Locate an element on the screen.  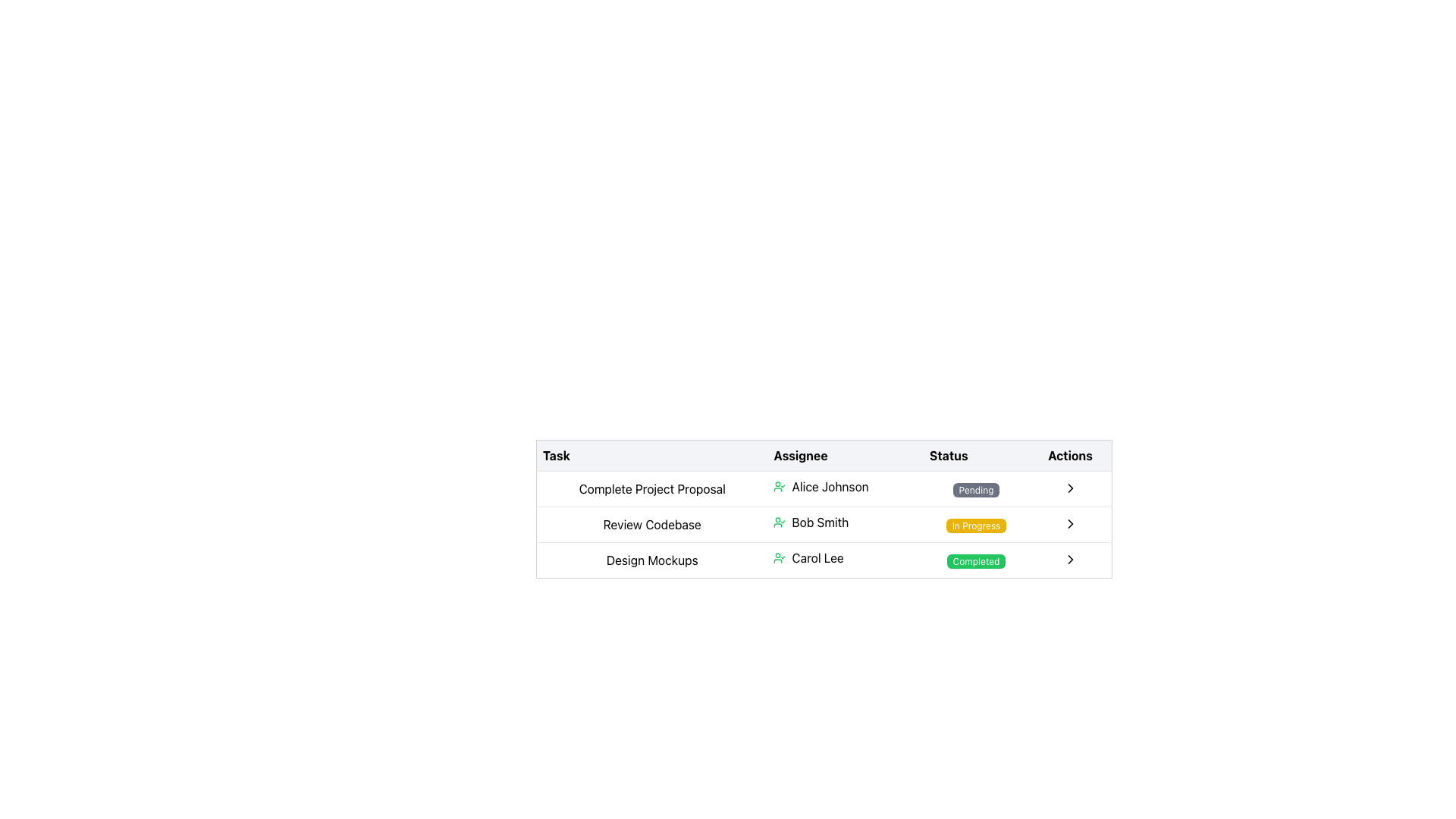
the SVG Icon indicating completion or approval status for the user 'Carol Lee' located in the 'Assignee' column of the last row in the table is located at coordinates (780, 558).